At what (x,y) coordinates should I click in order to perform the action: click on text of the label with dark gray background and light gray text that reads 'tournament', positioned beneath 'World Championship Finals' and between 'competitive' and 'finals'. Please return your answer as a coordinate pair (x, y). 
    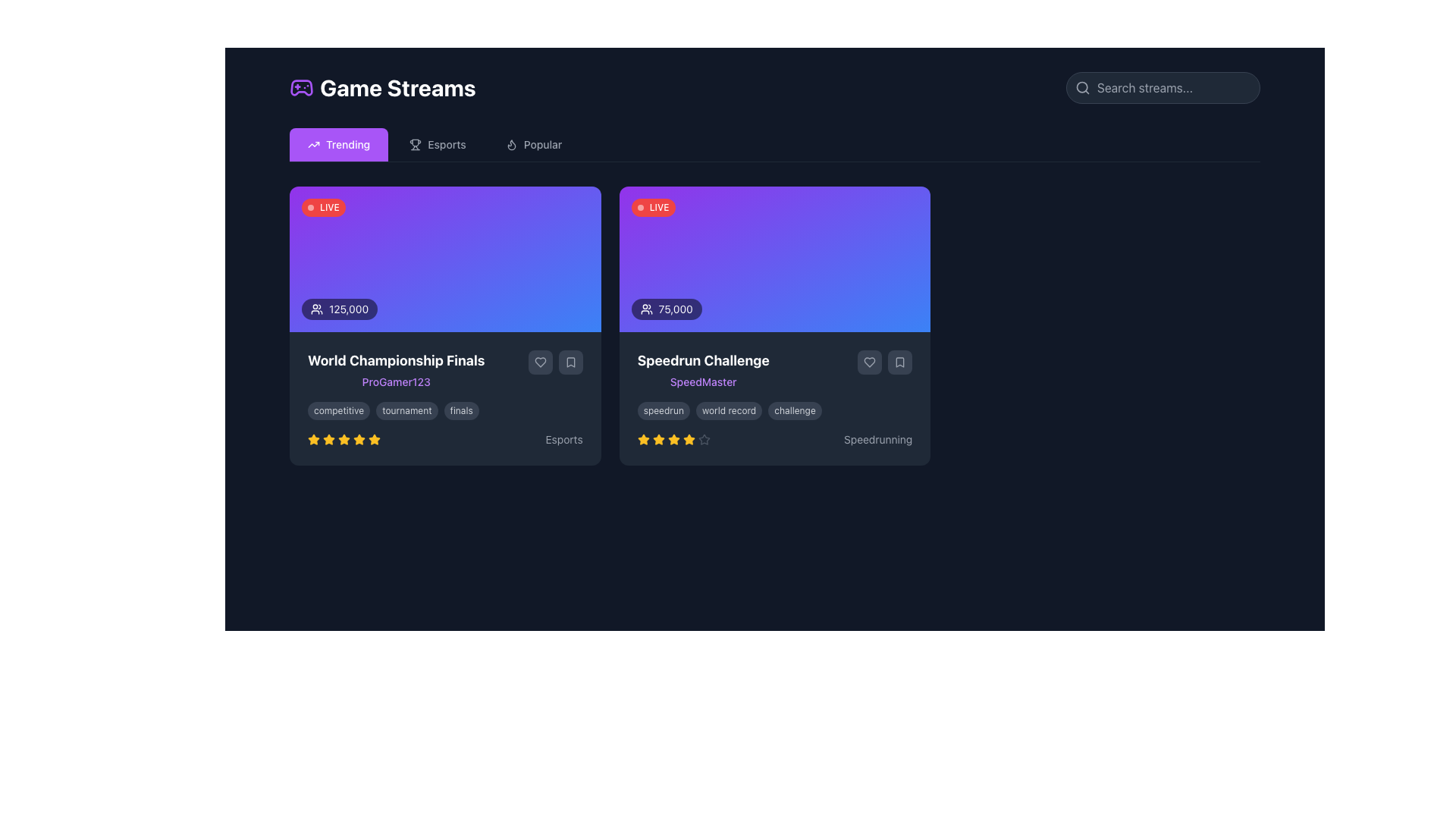
    Looking at the image, I should click on (406, 411).